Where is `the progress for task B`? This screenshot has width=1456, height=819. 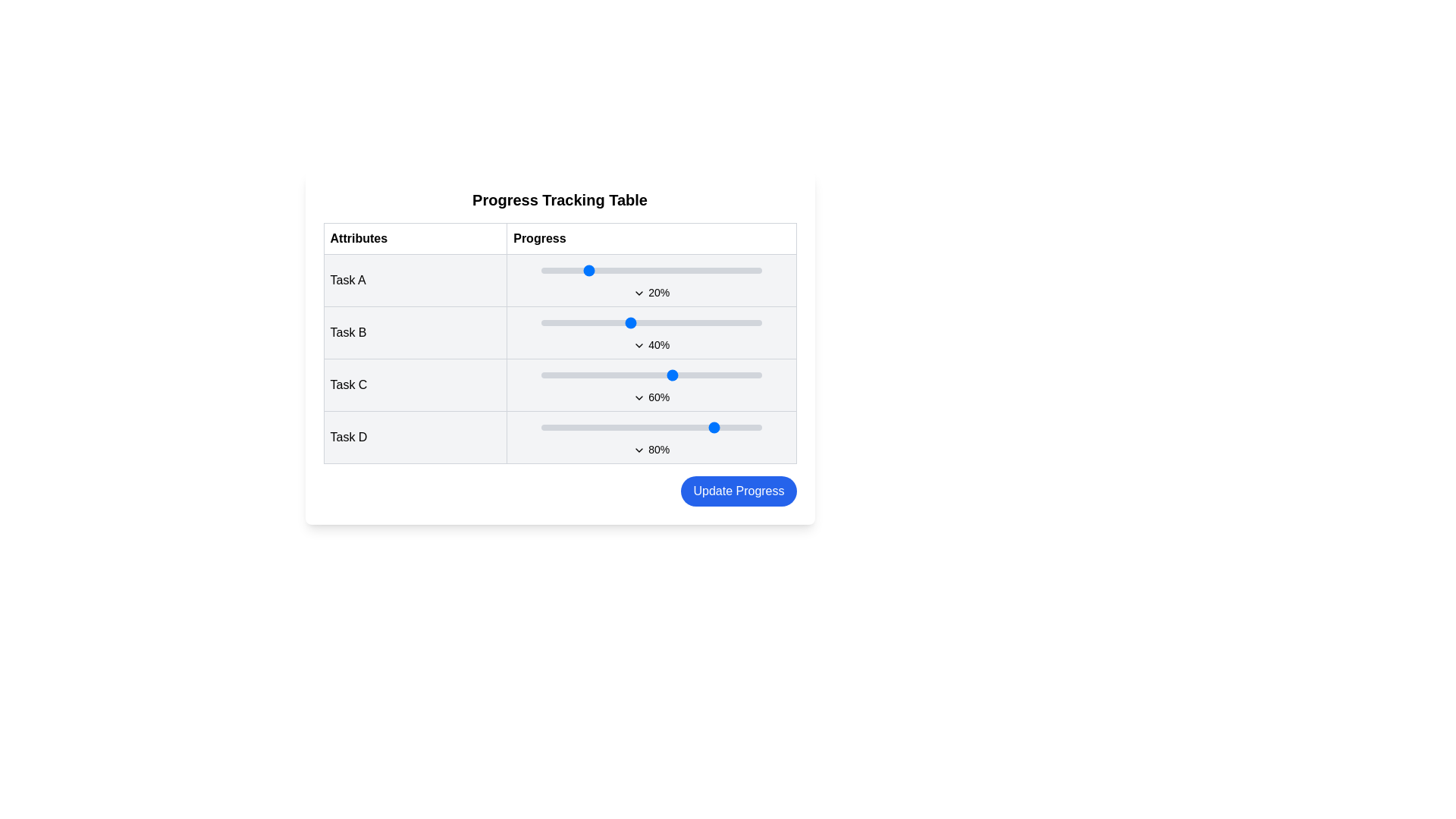 the progress for task B is located at coordinates (688, 322).